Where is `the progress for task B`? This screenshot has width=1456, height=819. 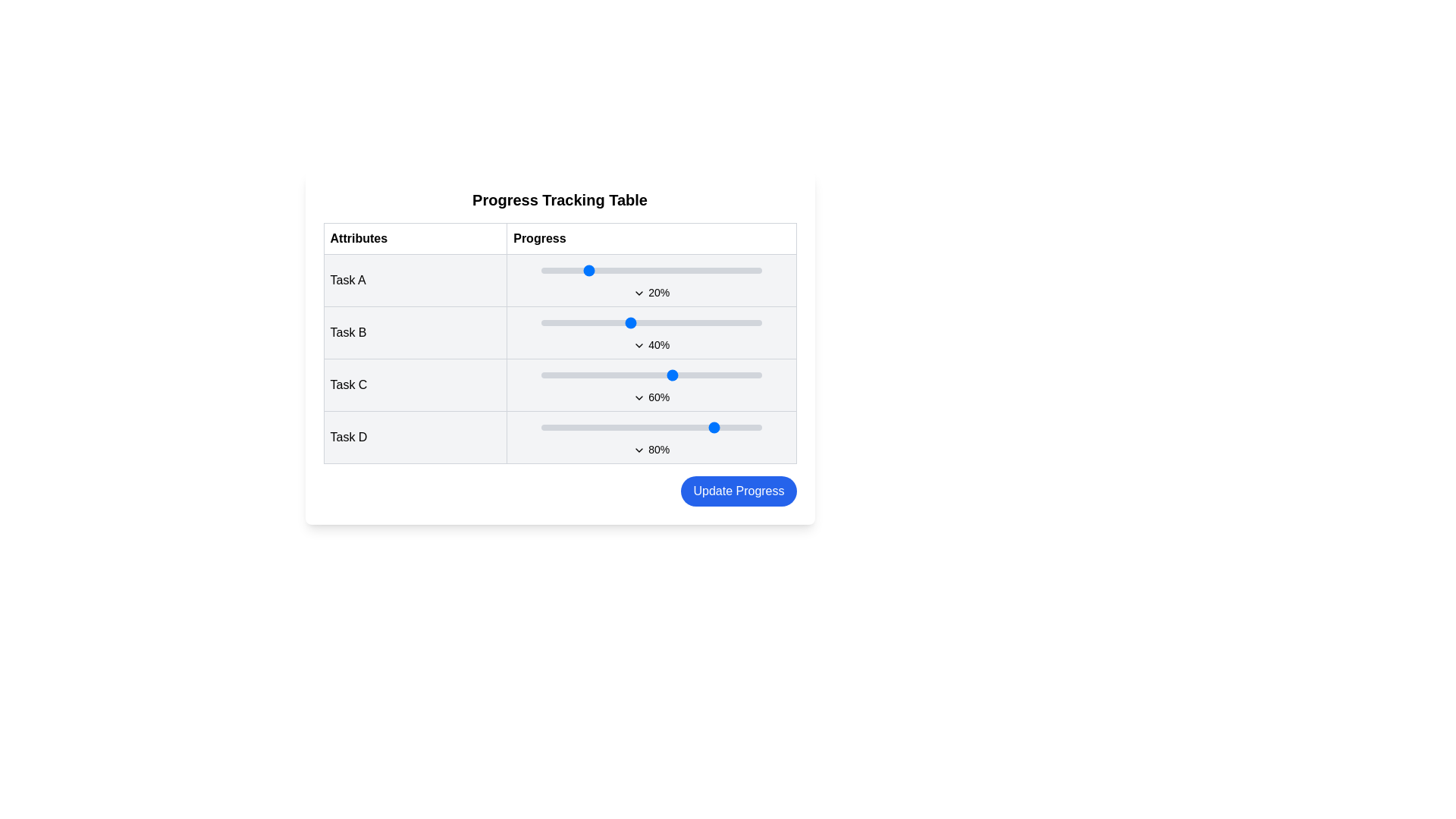 the progress for task B is located at coordinates (688, 322).